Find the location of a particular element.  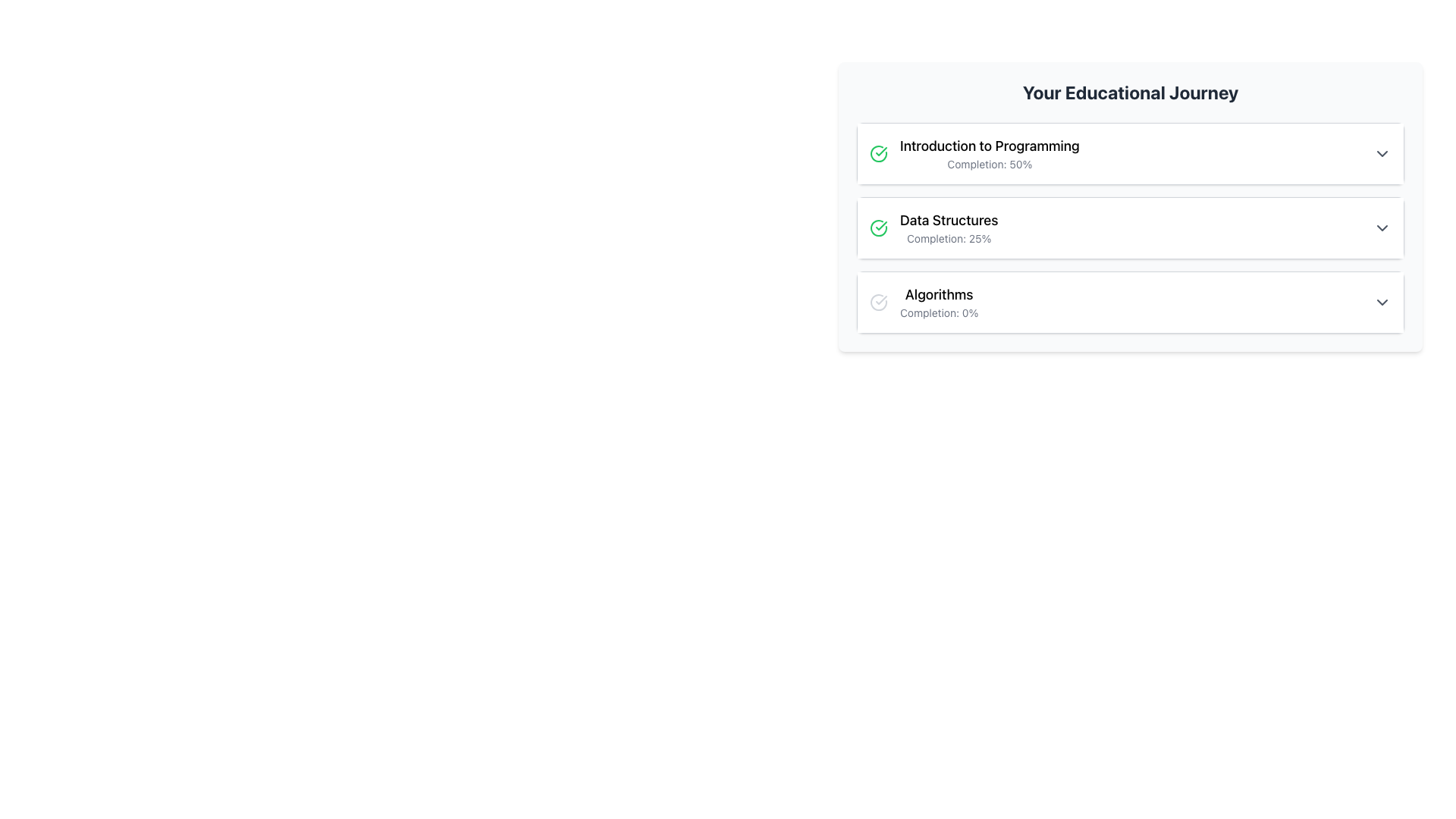

text label that displays 'Introduction to Programming' and 'Completion: 50%' located in the upper right section of the window, above the modules labeled 'Data Structures' and 'Algorithms' is located at coordinates (990, 154).